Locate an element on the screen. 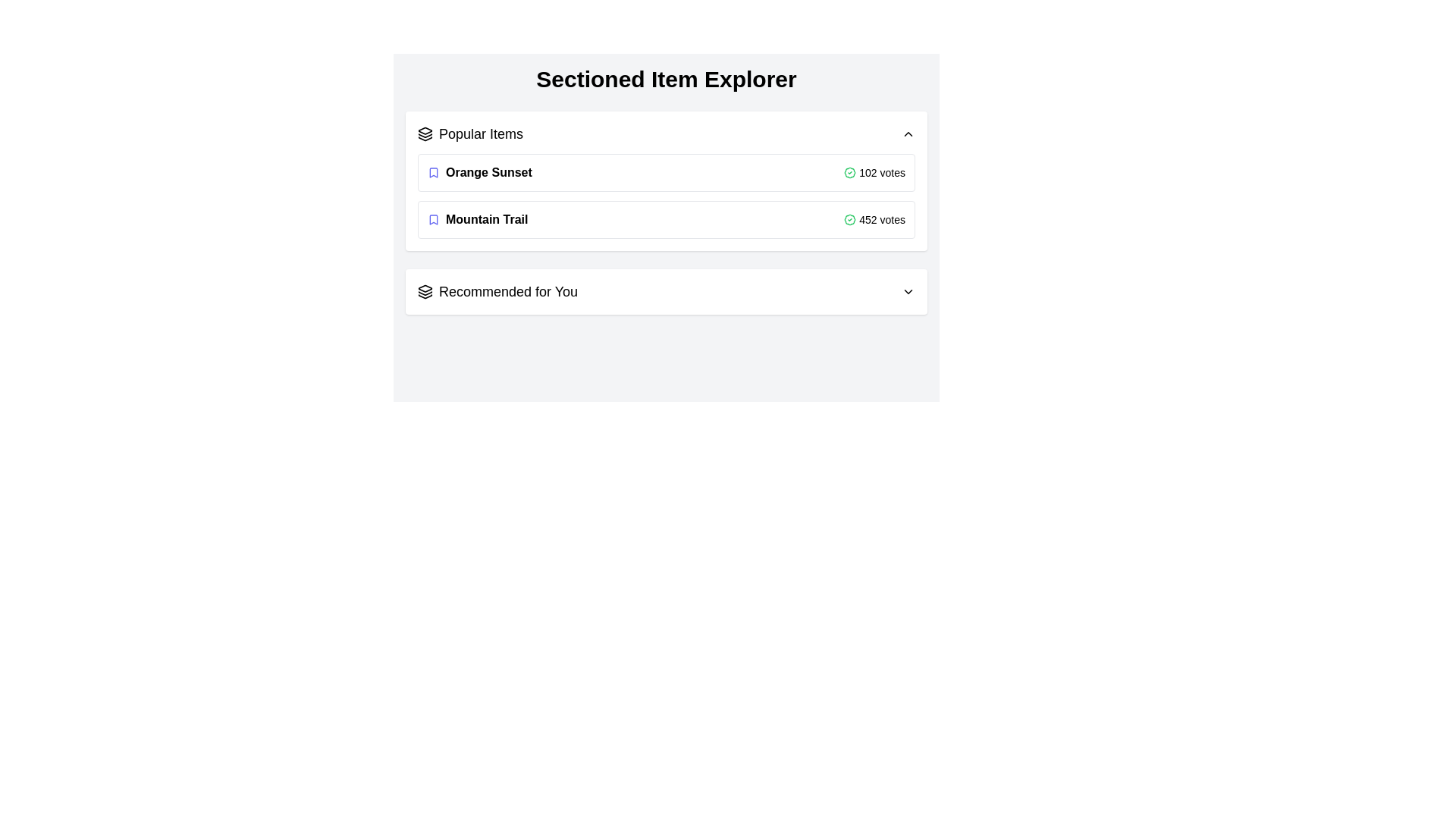 The image size is (1456, 819). the text and icon displaying the number of votes for 'Orange Sunset' located at the far-right side of the row labeled 'Orange Sunset' in the 'Popular Items' section is located at coordinates (874, 171).